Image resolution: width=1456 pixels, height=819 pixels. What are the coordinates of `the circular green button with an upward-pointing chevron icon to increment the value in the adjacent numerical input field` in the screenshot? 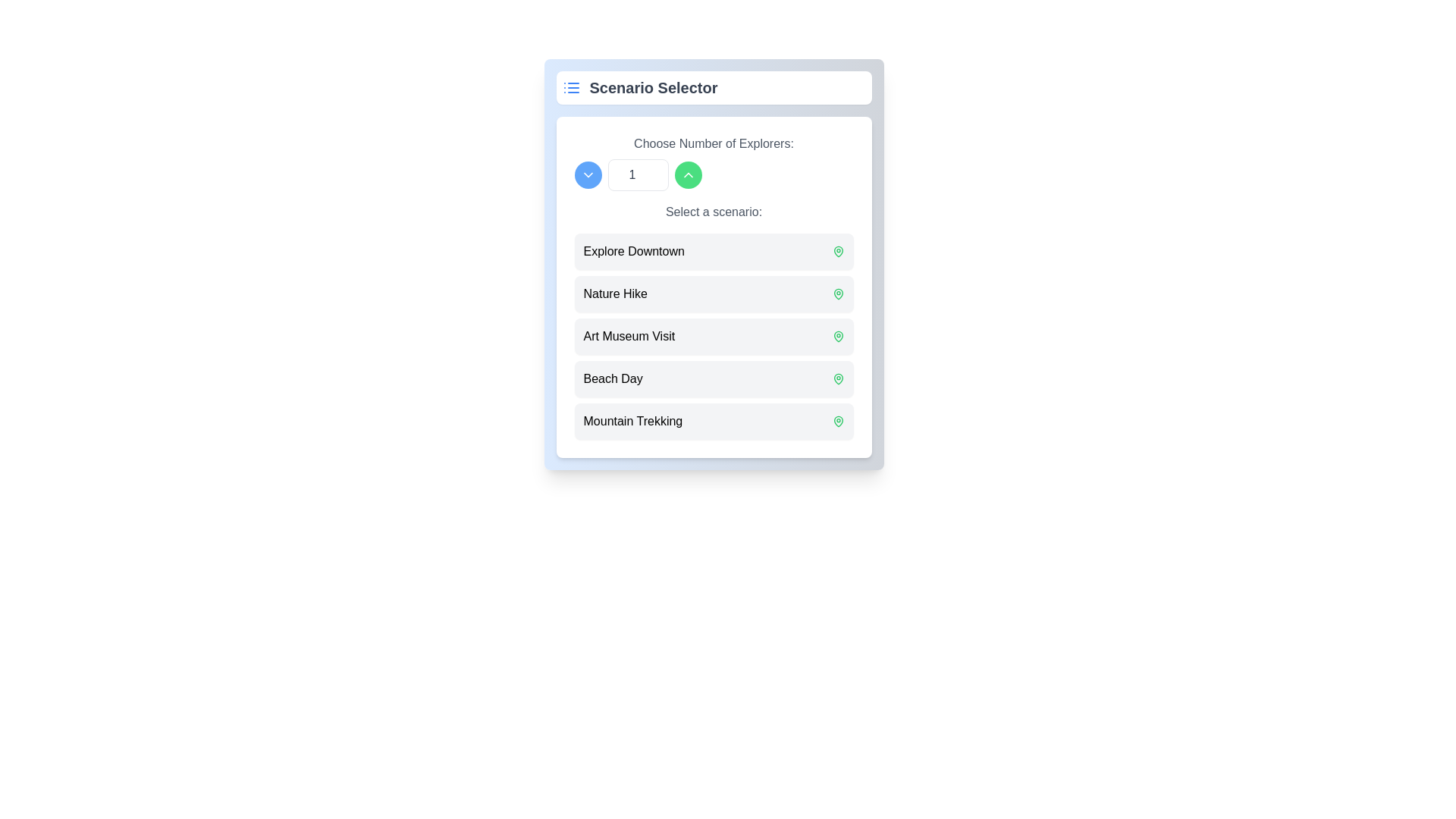 It's located at (687, 174).